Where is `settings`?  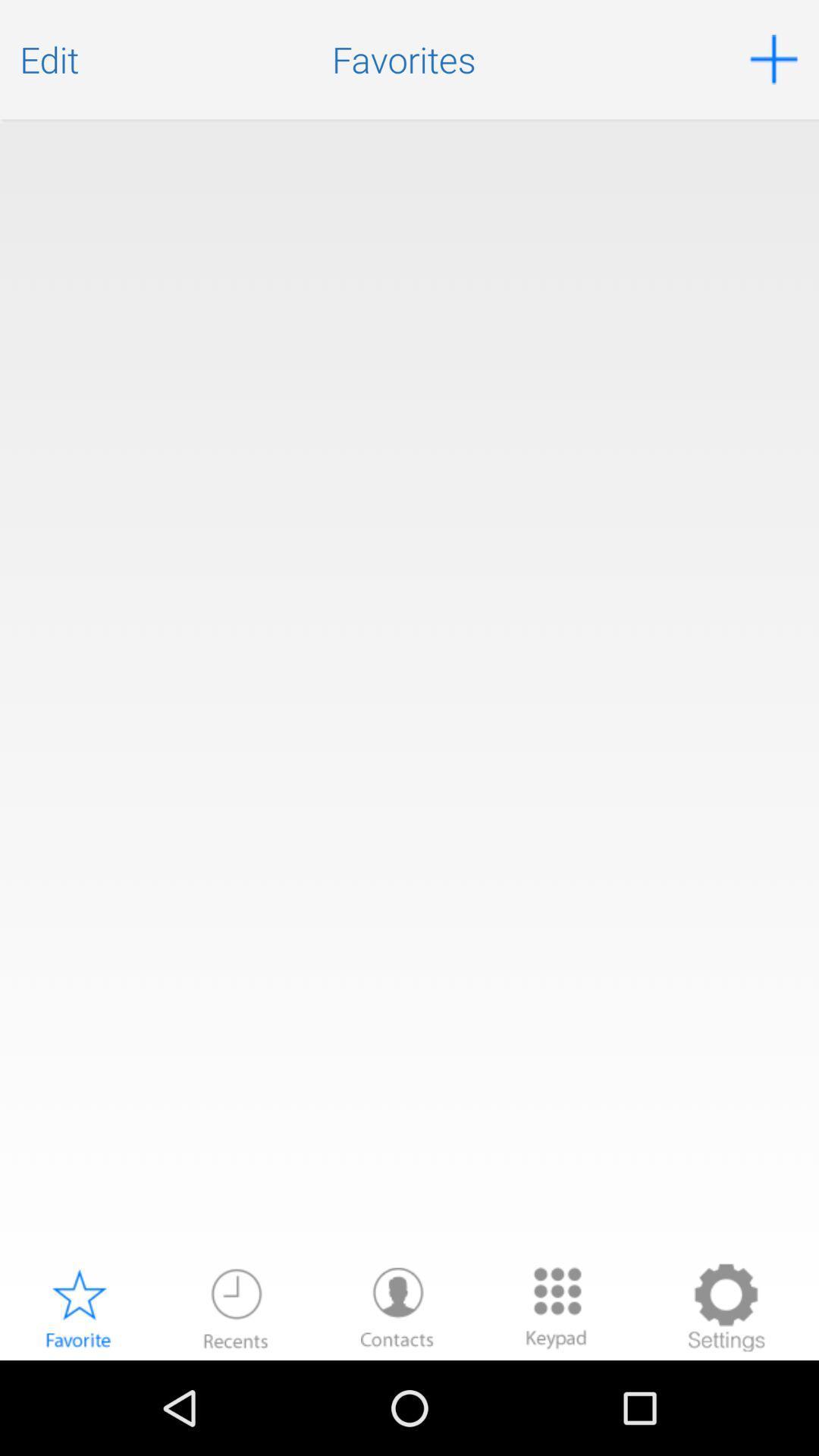 settings is located at coordinates (725, 1307).